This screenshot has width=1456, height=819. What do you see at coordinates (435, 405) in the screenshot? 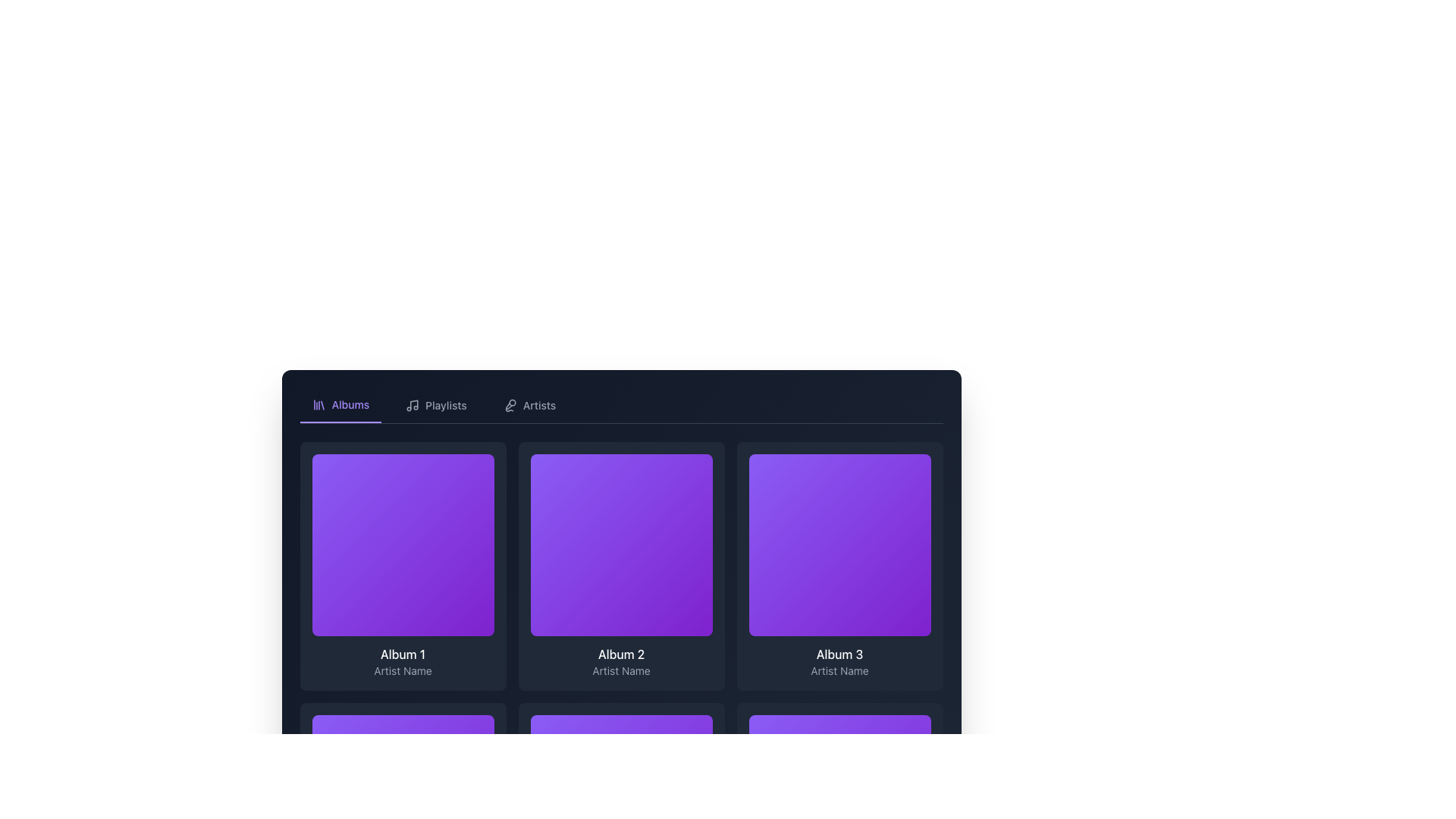
I see `the 'Playlists' button, which is a text link with a music note icon` at bounding box center [435, 405].